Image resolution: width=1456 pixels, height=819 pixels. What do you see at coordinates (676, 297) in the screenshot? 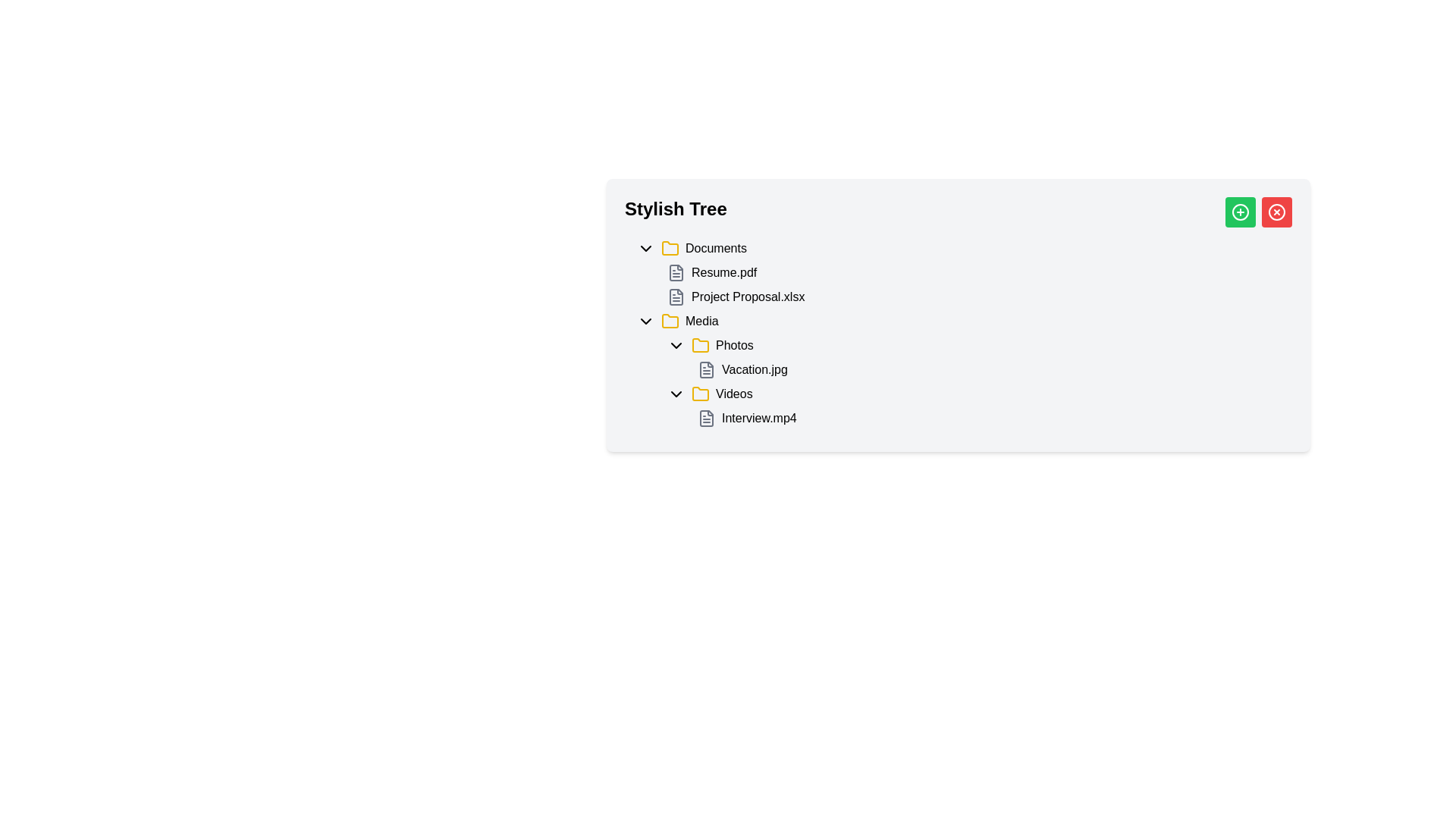
I see `the File icon representing a document, which is styled with a gray outline and has a folded corner, located next to 'Resume.pdf' under 'Documents' in the tree structure` at bounding box center [676, 297].